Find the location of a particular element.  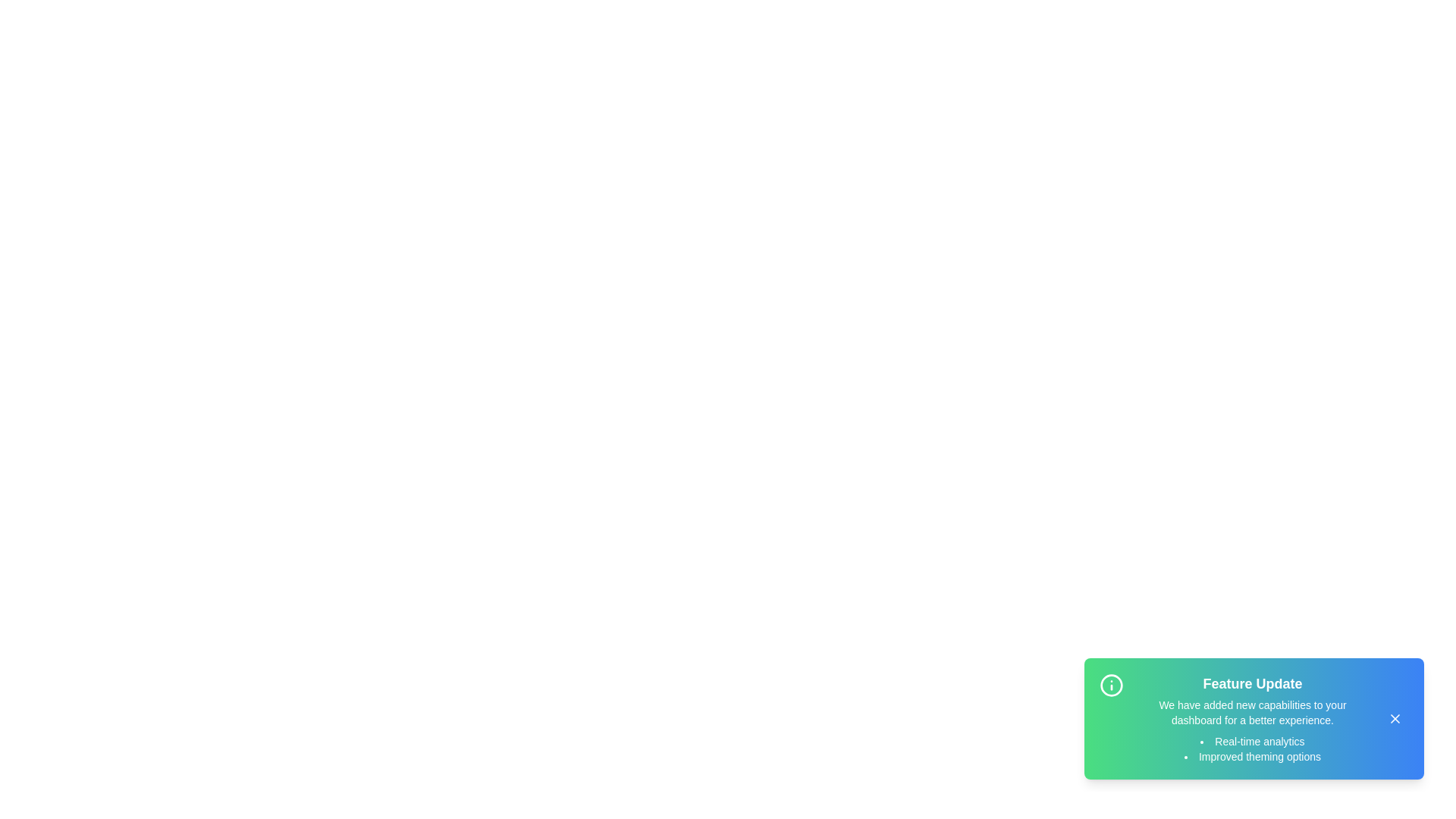

the close button to dismiss the snackbar is located at coordinates (1395, 718).